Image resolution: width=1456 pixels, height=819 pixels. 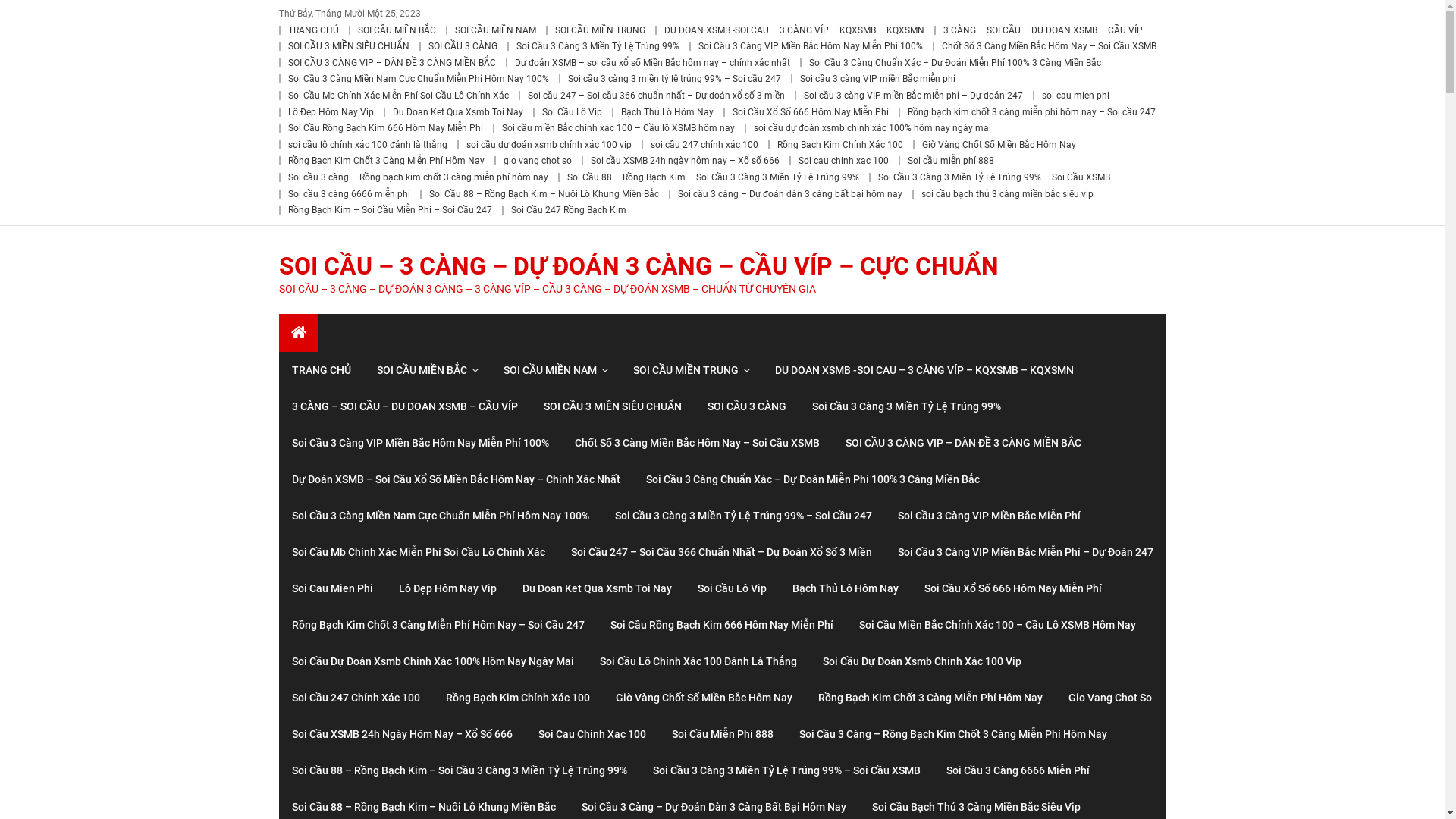 I want to click on 'Du Doan Ket Qua Xsmb Toi Nay', so click(x=457, y=111).